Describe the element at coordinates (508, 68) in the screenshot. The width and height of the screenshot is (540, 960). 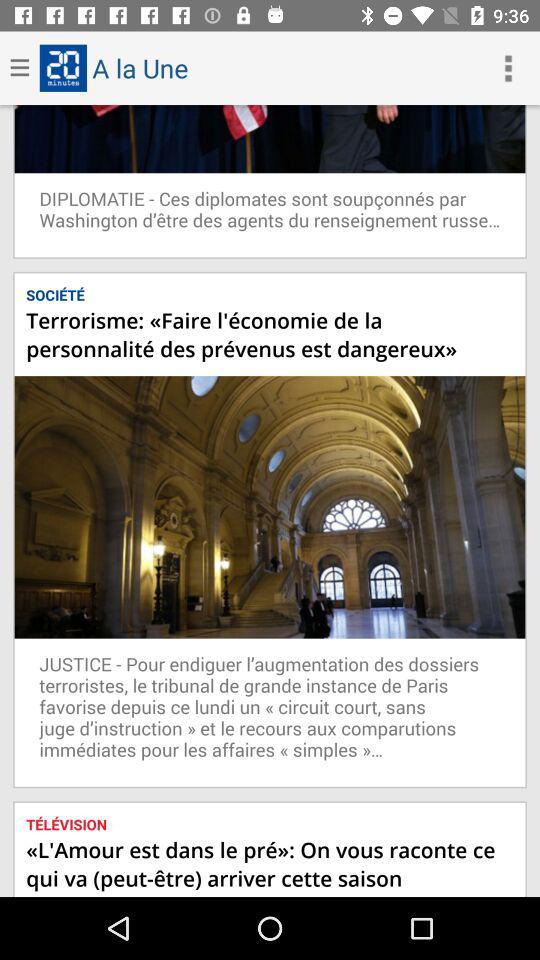
I see `the item at the top right corner` at that location.